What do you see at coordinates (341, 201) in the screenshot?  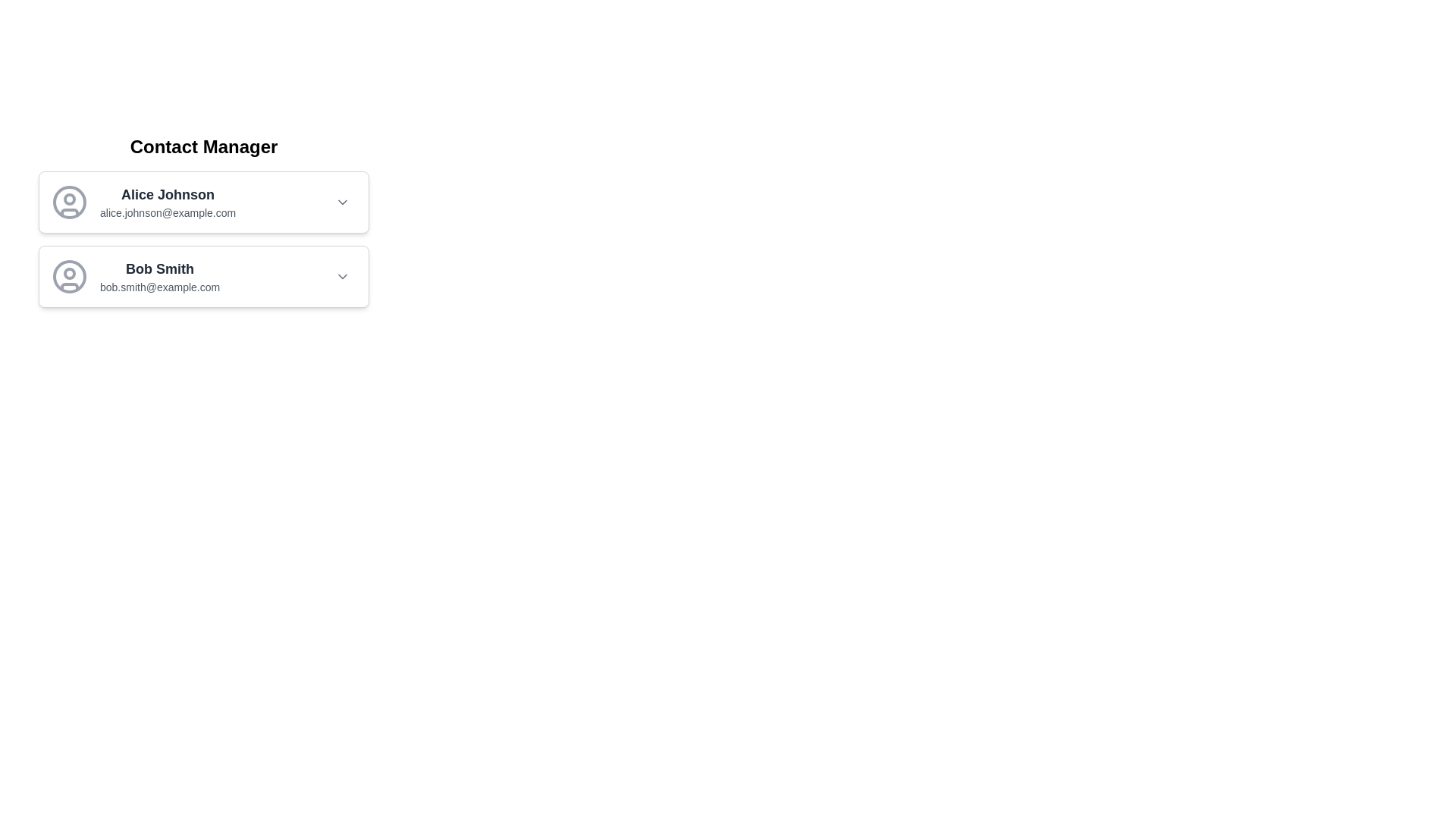 I see `the small downward-pointing chevron icon located next to 'Alice Johnson' to check the visual feedback of the clickable button` at bounding box center [341, 201].